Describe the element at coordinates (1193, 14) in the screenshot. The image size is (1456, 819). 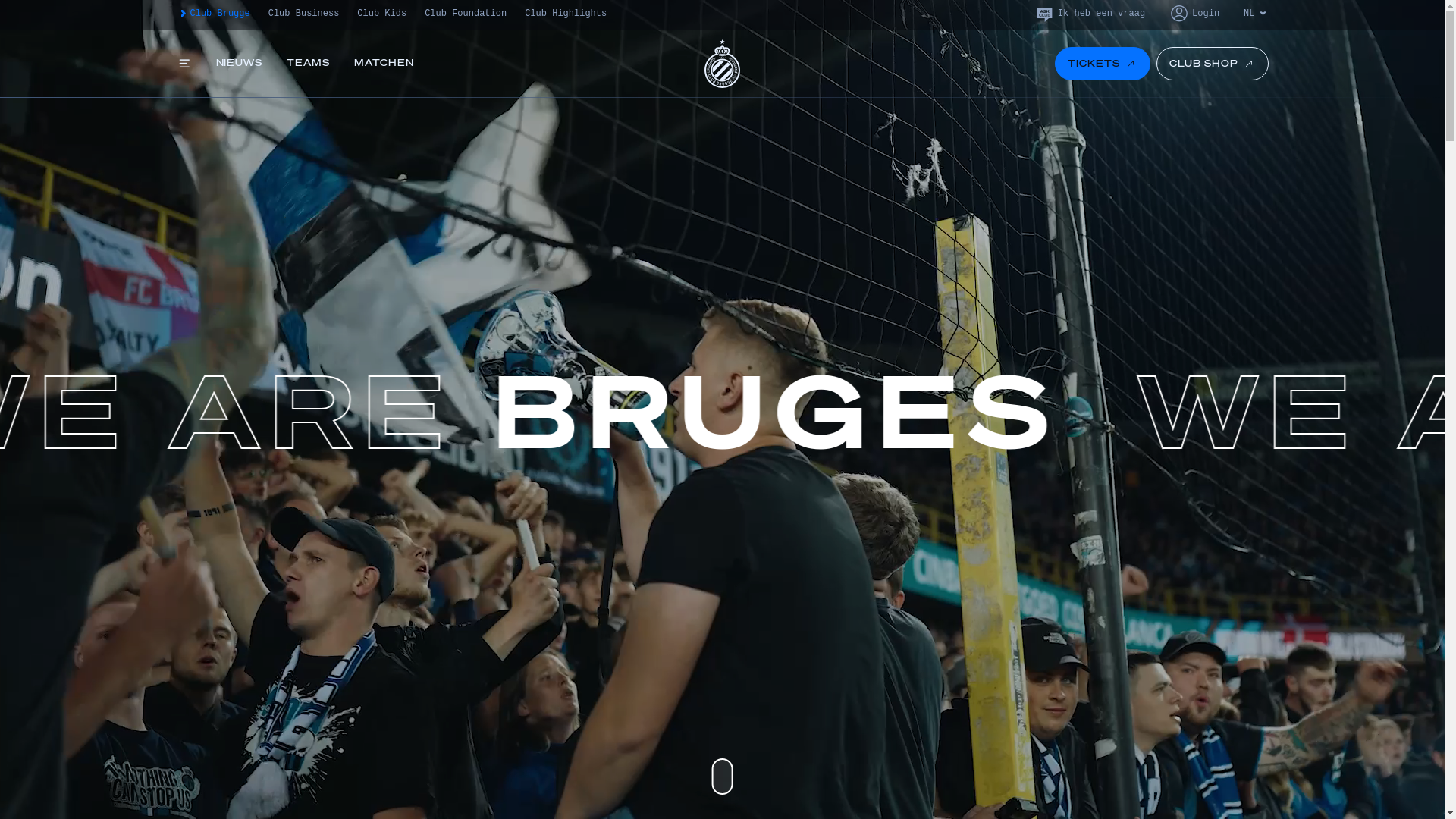
I see `'Login'` at that location.